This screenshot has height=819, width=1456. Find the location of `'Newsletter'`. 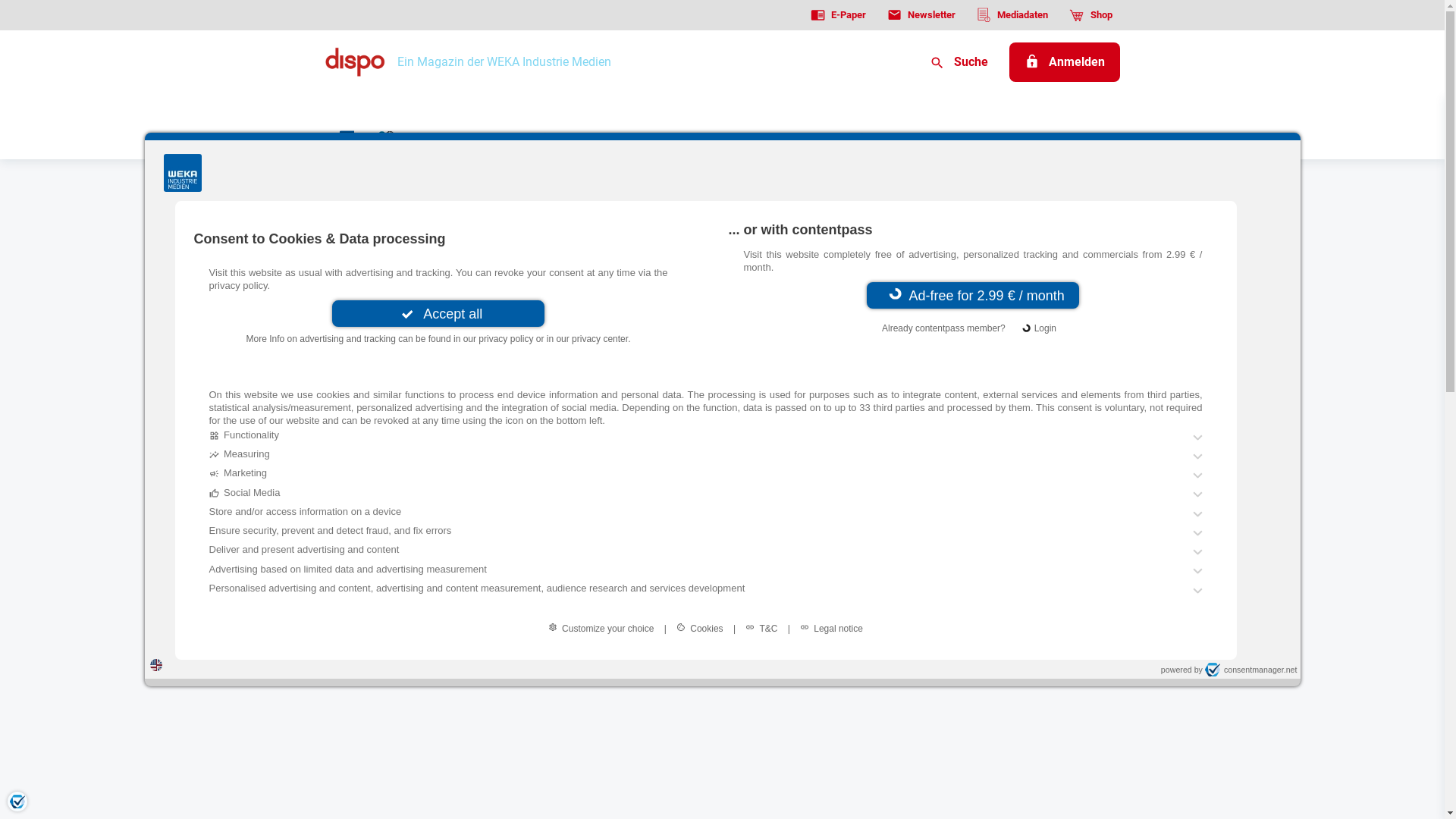

'Newsletter' is located at coordinates (920, 14).